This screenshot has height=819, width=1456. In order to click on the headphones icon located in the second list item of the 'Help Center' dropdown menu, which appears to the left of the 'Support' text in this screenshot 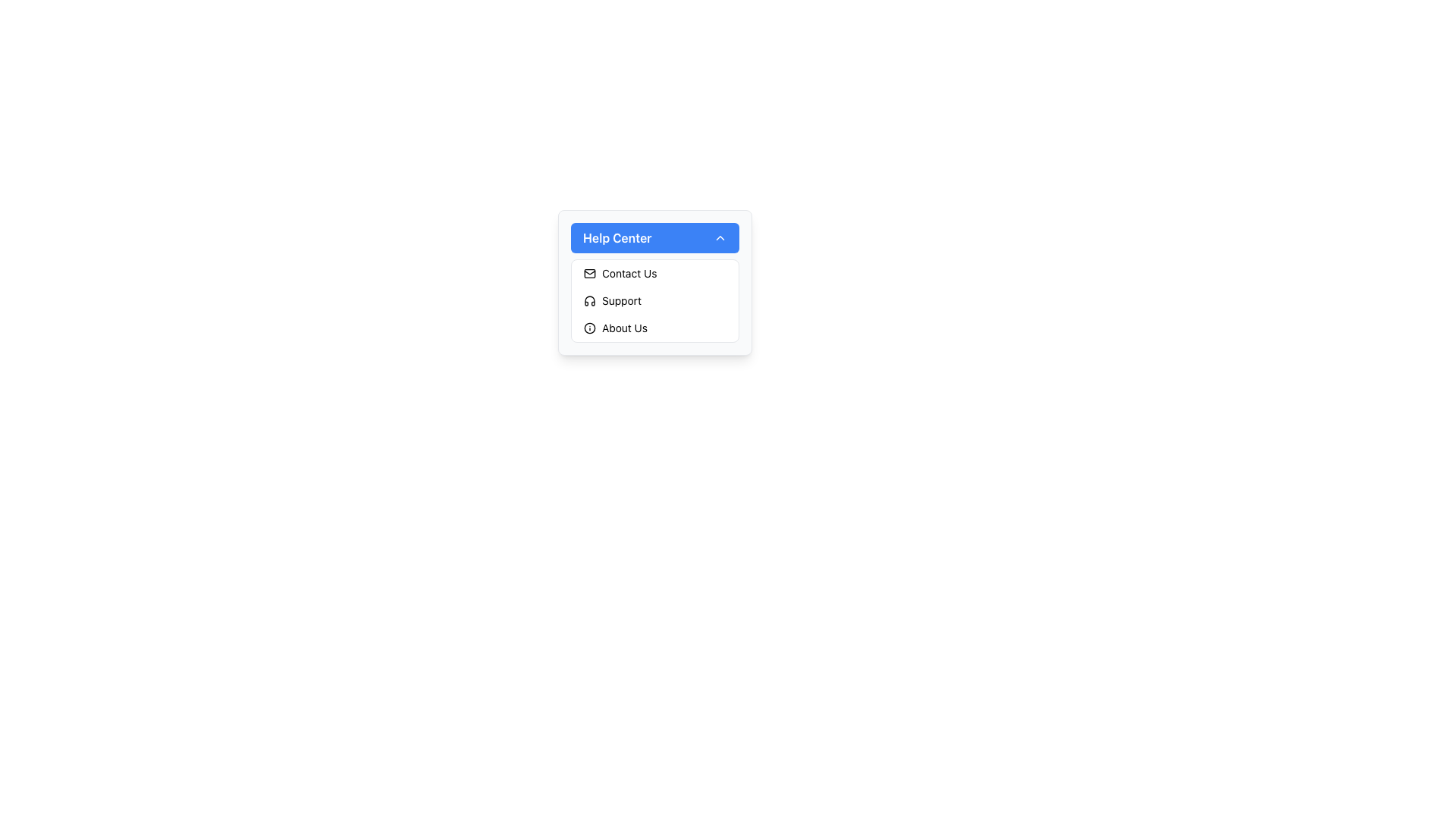, I will do `click(588, 301)`.